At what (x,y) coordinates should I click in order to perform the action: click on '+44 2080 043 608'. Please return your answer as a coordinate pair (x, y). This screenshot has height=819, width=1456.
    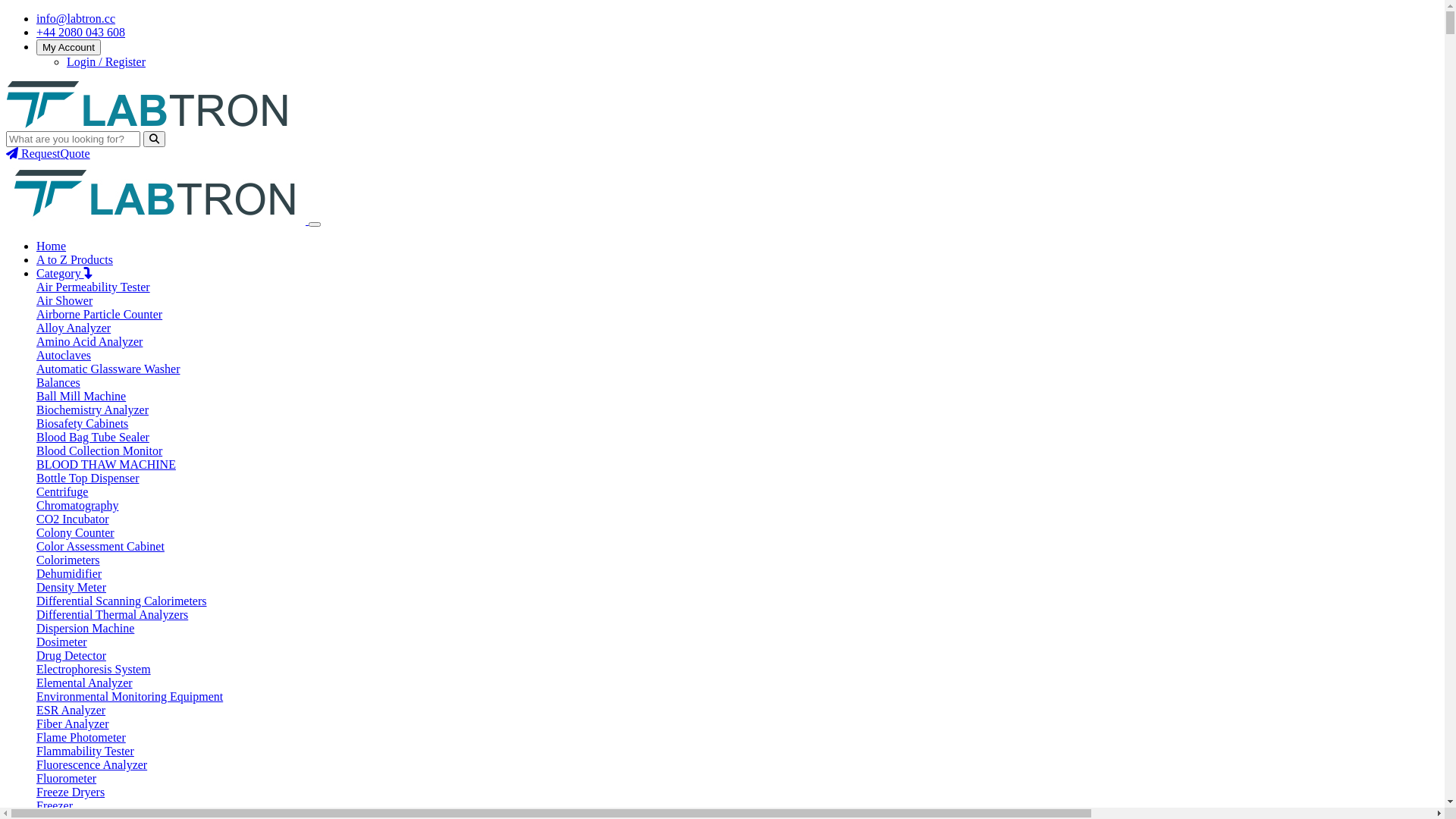
    Looking at the image, I should click on (36, 32).